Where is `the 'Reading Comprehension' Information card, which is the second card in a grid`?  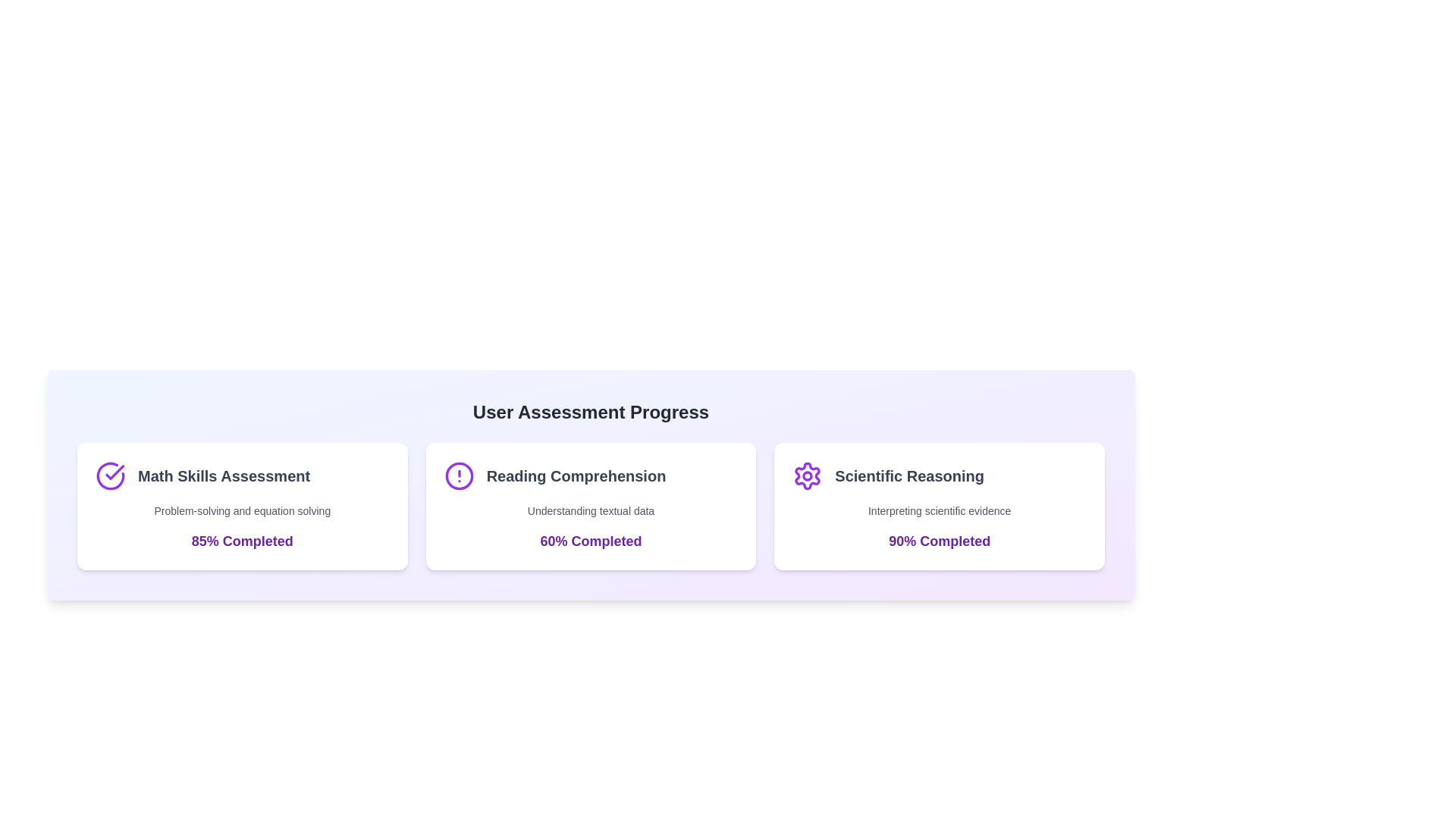 the 'Reading Comprehension' Information card, which is the second card in a grid is located at coordinates (590, 506).